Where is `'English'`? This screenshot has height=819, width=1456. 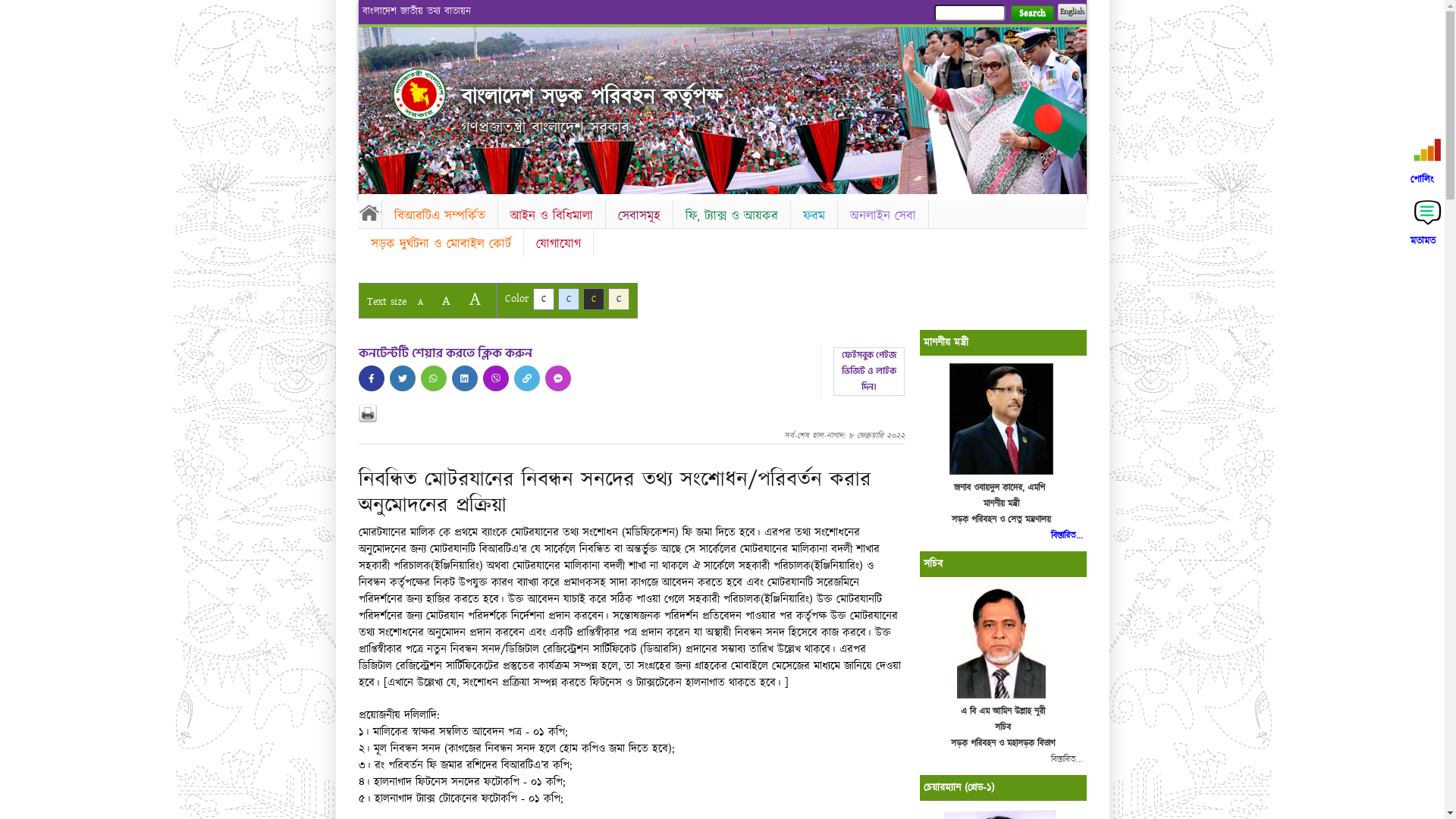 'English' is located at coordinates (1056, 11).